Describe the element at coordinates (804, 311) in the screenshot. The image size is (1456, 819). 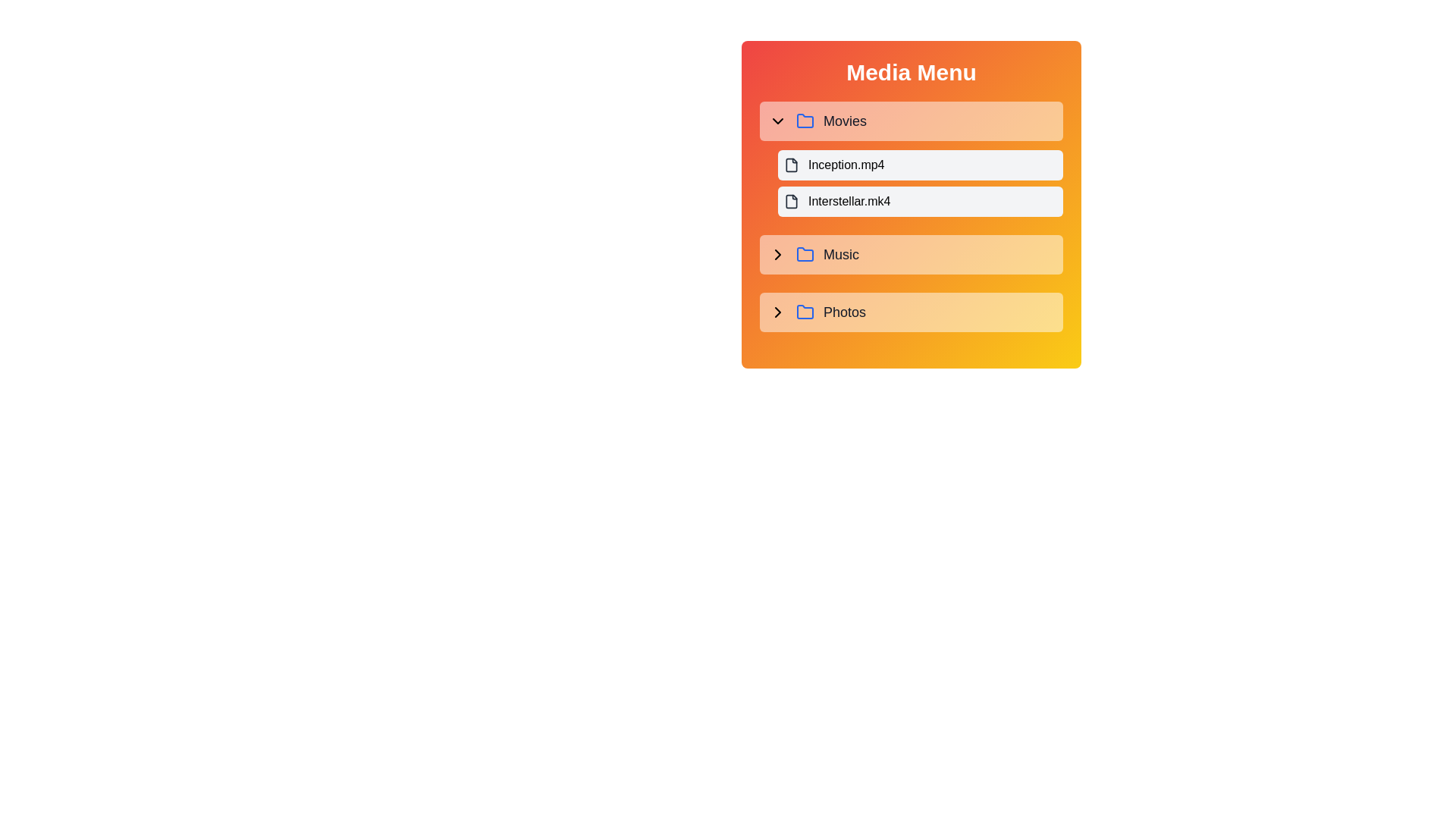
I see `the folder icon in the 'Photos' section of the 'Media Menu'` at that location.